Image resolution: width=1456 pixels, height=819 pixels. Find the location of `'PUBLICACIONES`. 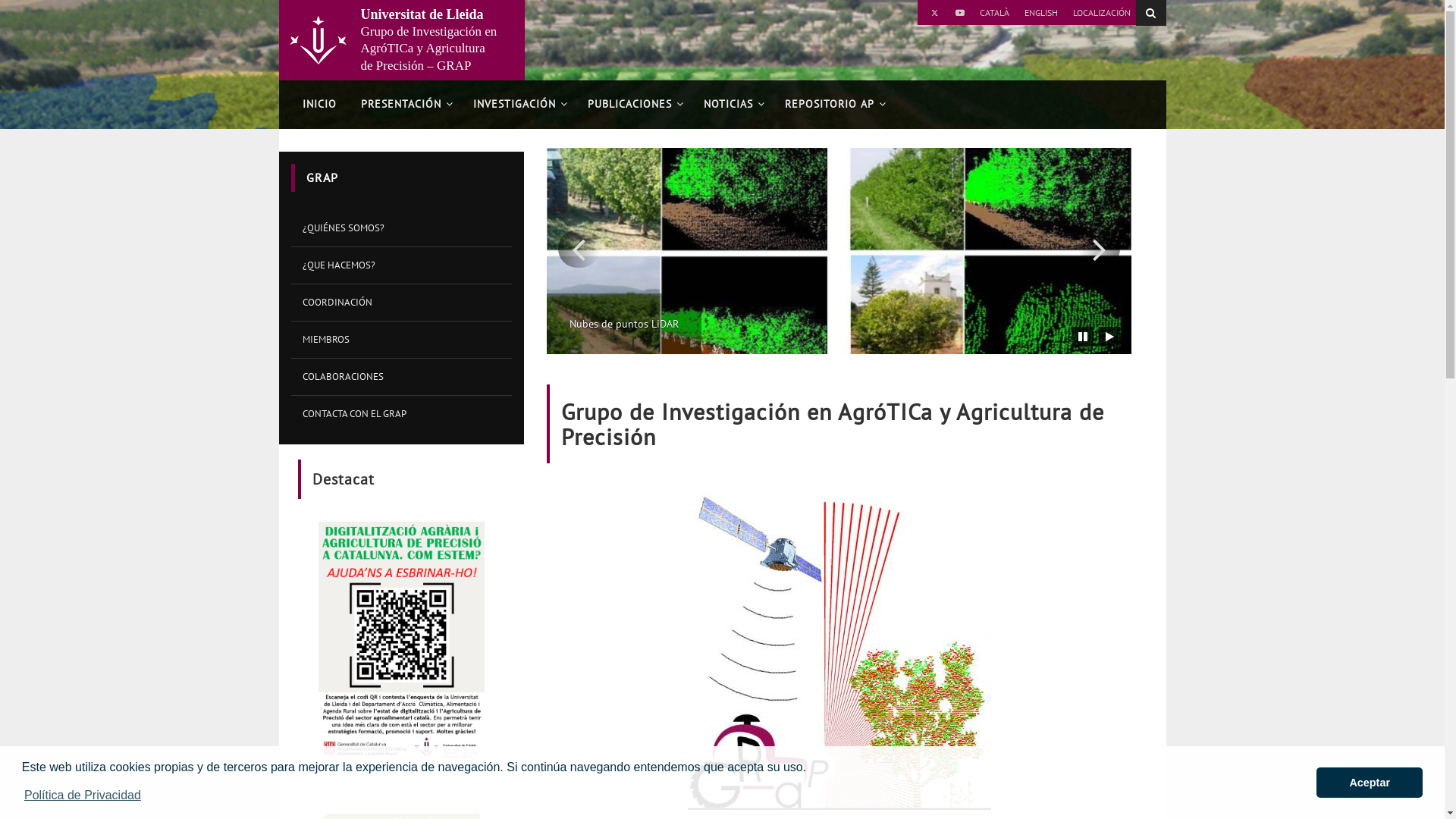

'PUBLICACIONES is located at coordinates (632, 104).